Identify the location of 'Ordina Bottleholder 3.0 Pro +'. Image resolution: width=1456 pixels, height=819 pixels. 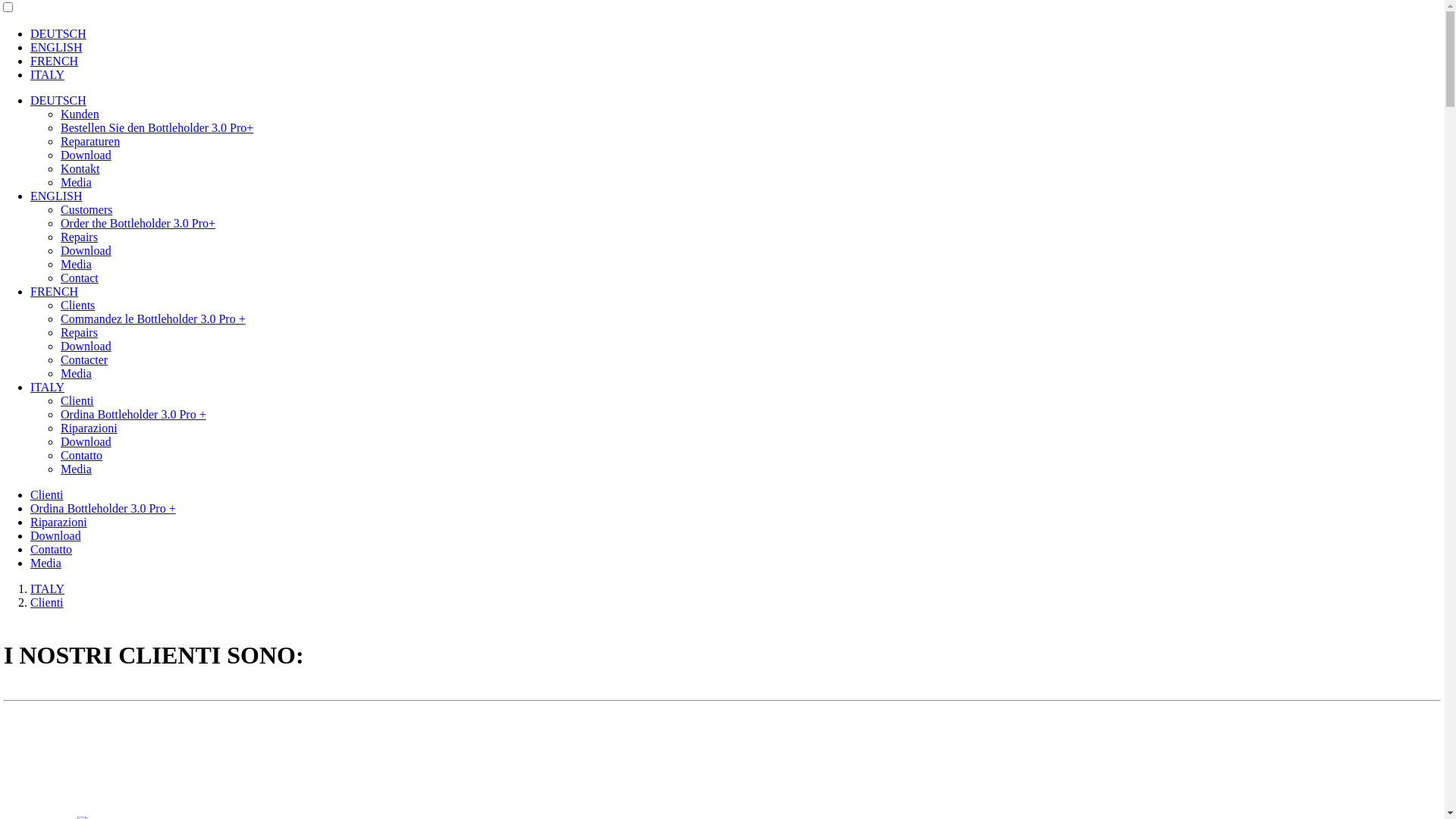
(102, 508).